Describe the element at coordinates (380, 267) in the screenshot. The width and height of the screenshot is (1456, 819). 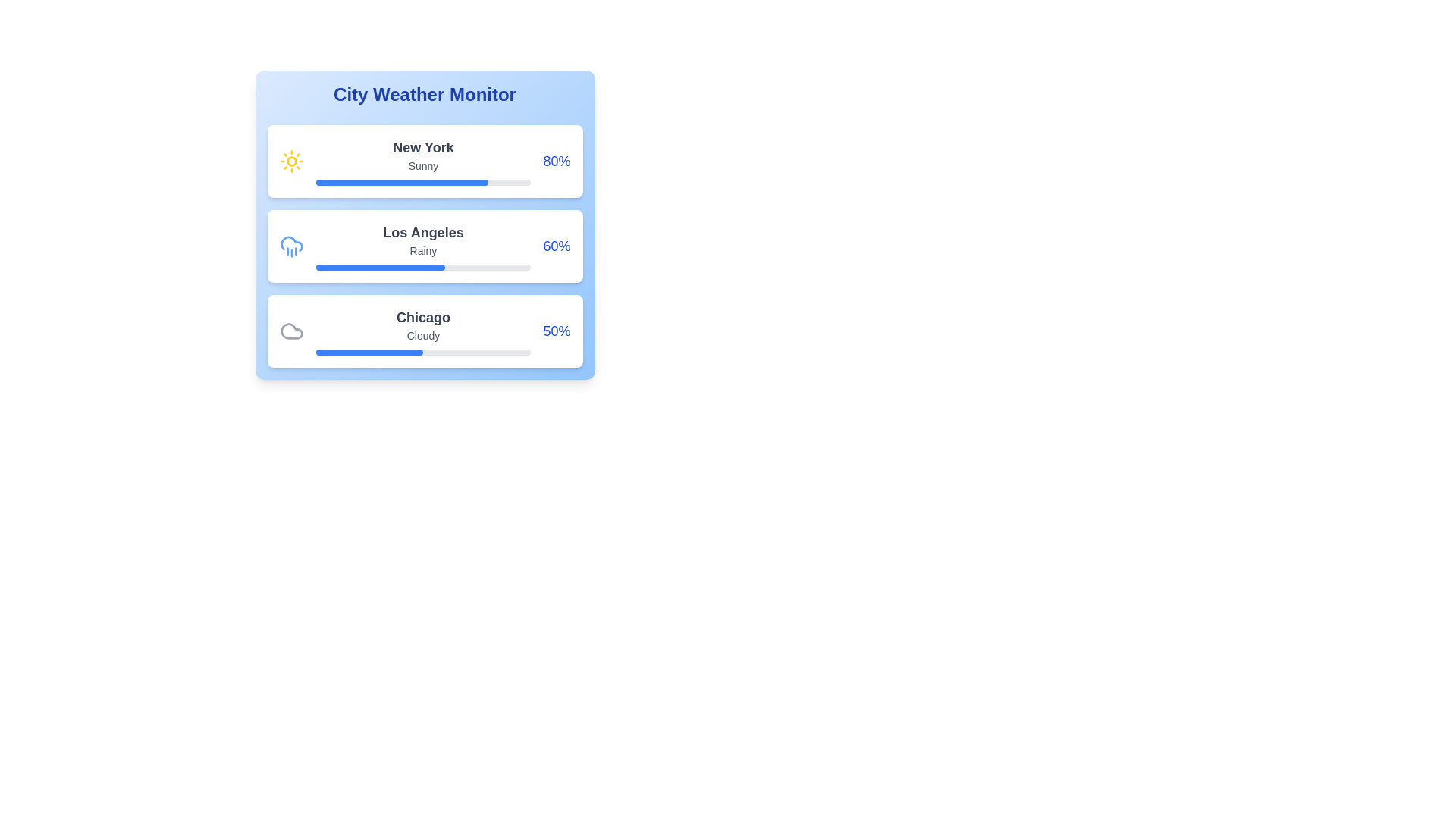
I see `the blue progress bar representing 60% completion, located beneath the 'Los Angeles' label in the weather details UI` at that location.